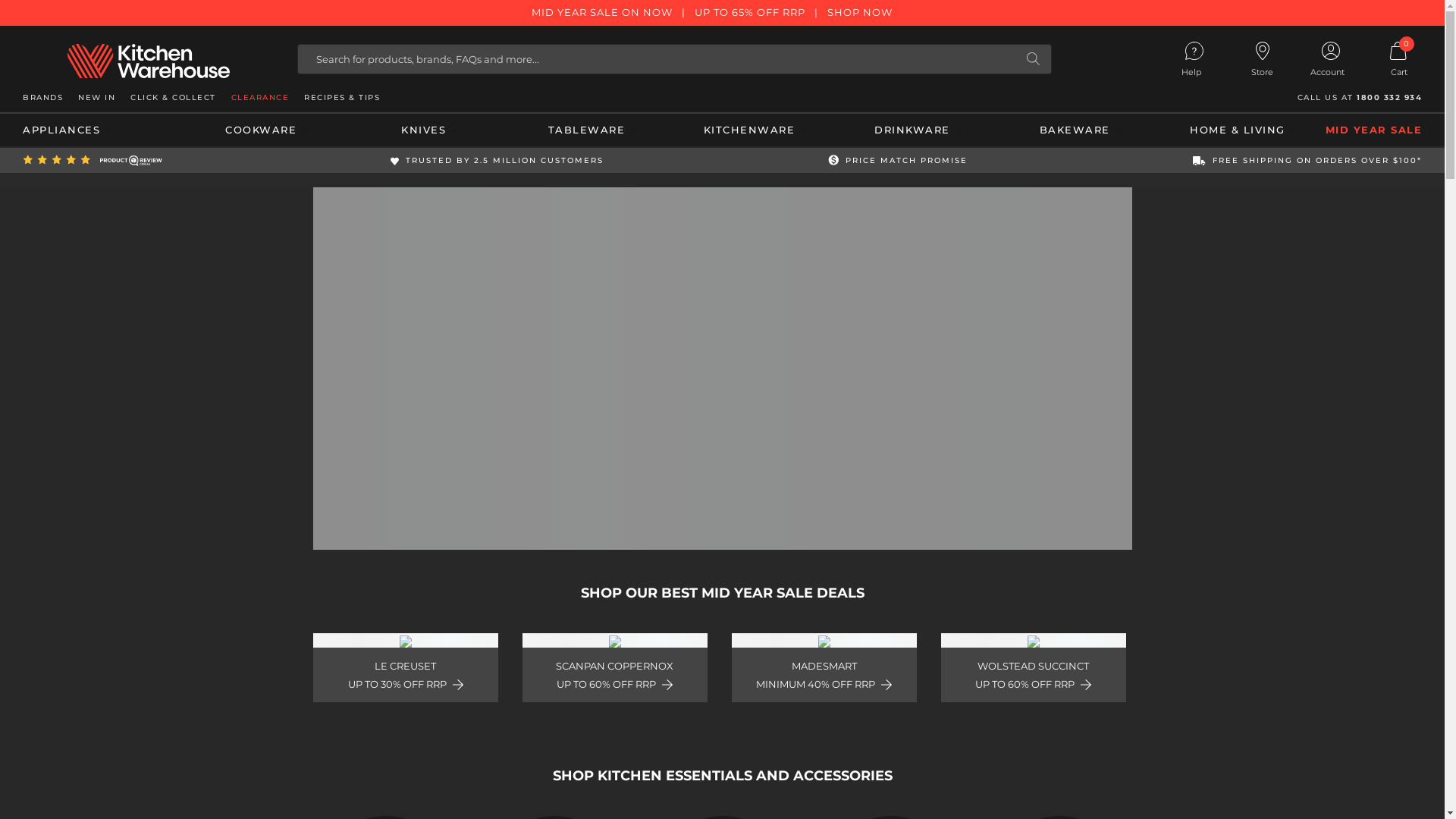 This screenshot has height=819, width=1456. Describe the element at coordinates (836, 130) in the screenshot. I see `'DRINKWARE'` at that location.